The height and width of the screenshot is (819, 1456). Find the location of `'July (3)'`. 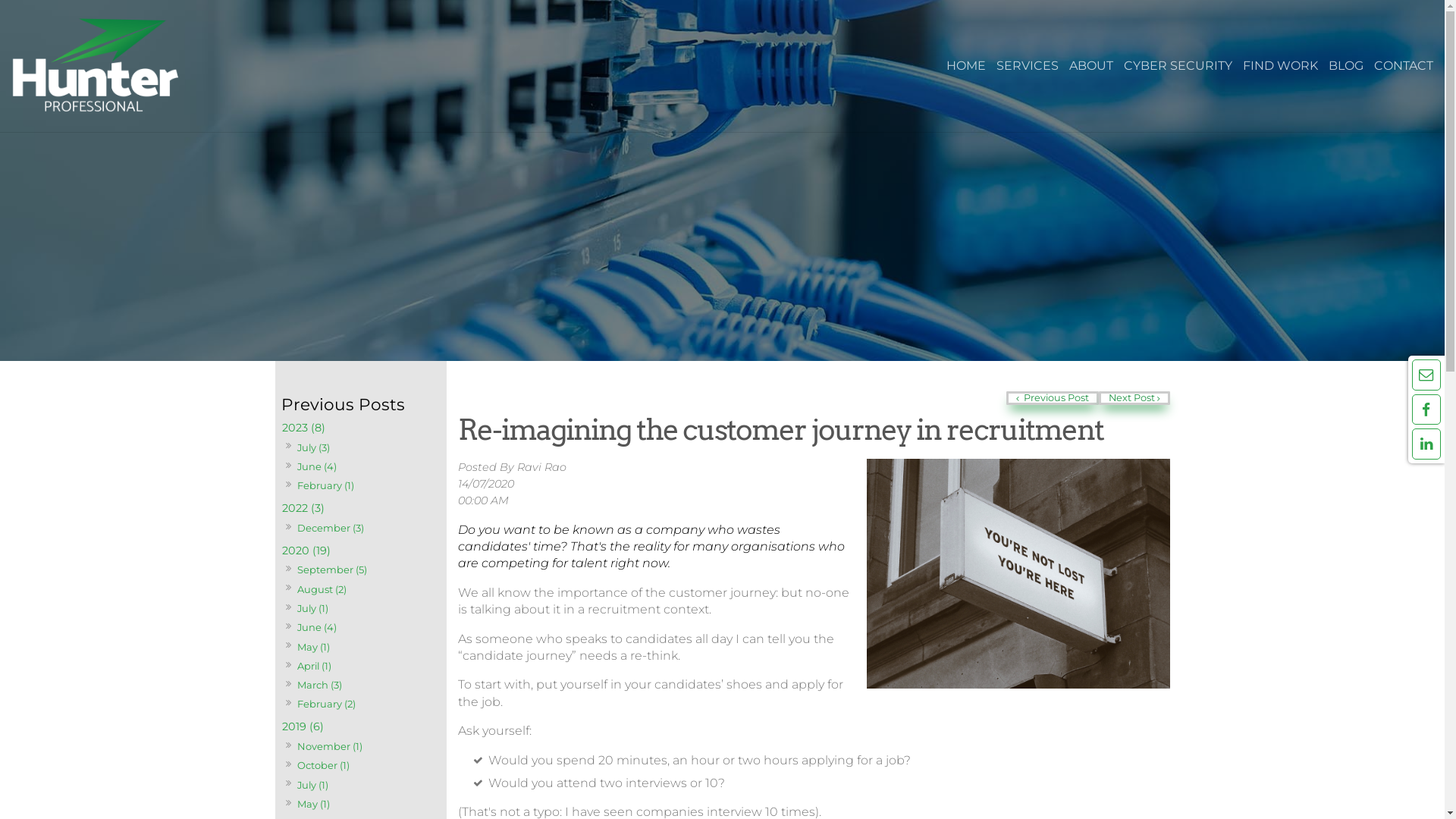

'July (3)' is located at coordinates (312, 446).